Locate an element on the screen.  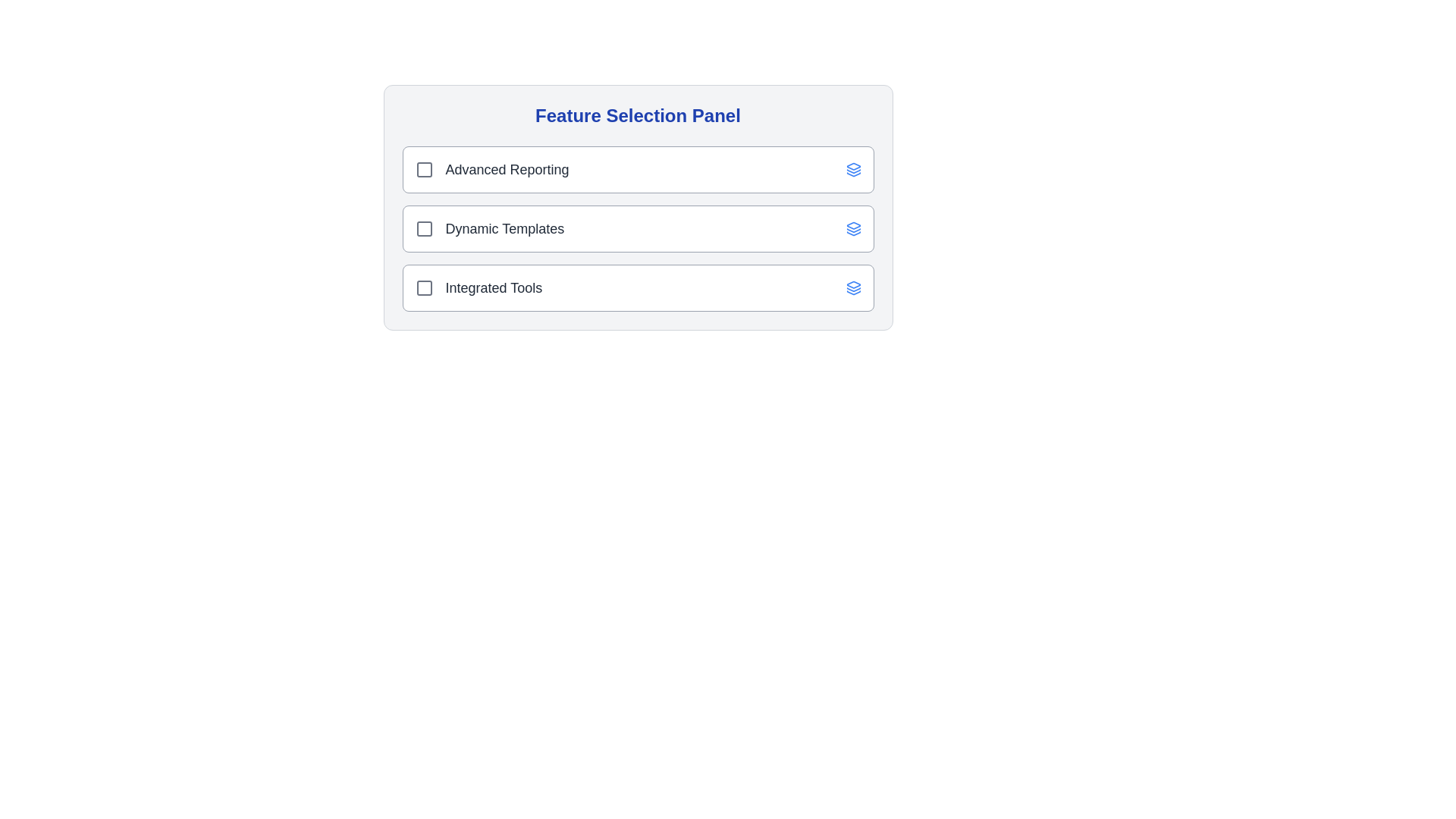
the 'Dynamic Templates' icon, which is the middle icon of three in the feature selection panel is located at coordinates (853, 231).